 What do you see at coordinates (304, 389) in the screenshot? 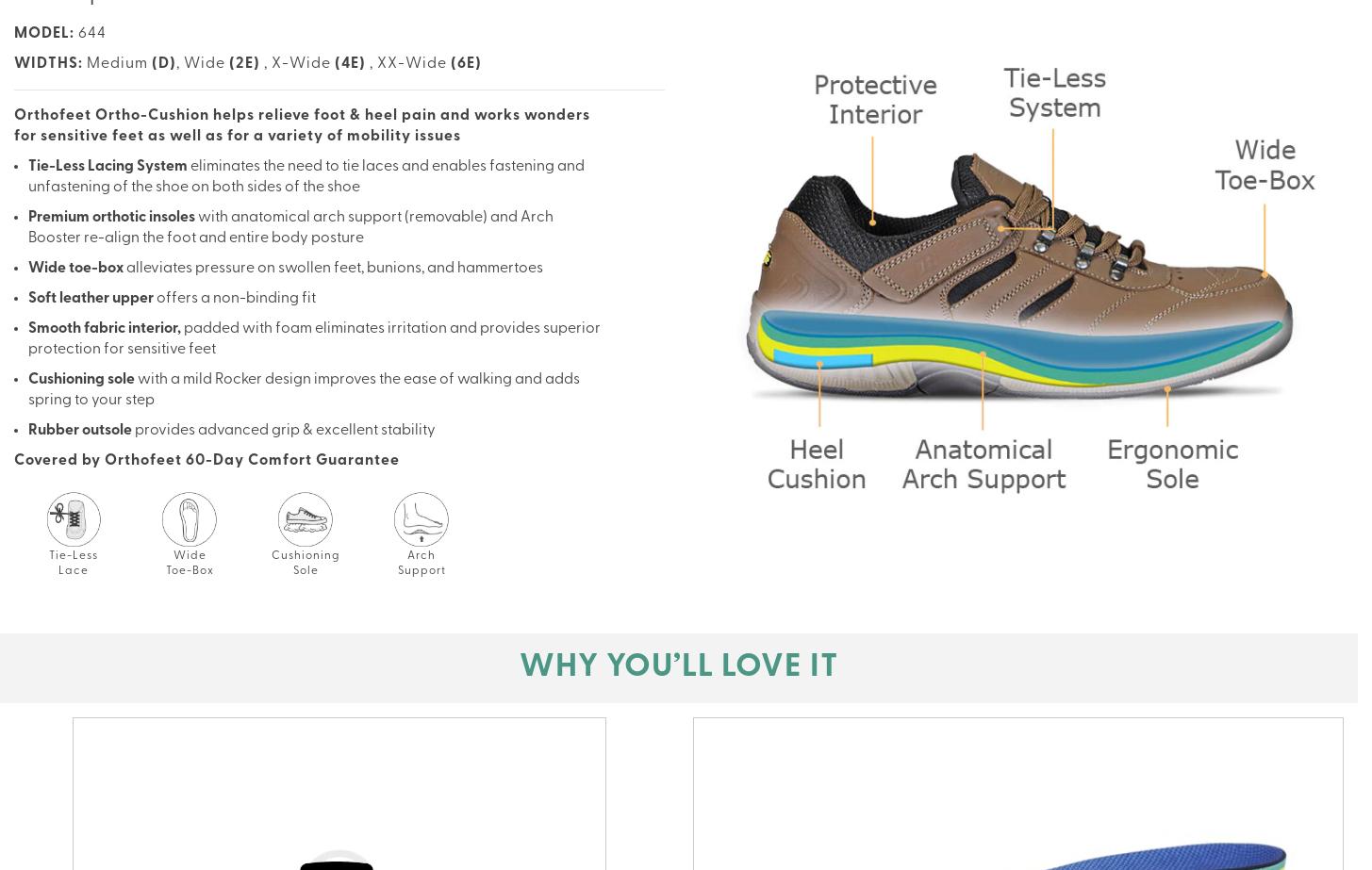
I see `'with a mild Rocker design improves the ease of walking and adds spring to your step'` at bounding box center [304, 389].